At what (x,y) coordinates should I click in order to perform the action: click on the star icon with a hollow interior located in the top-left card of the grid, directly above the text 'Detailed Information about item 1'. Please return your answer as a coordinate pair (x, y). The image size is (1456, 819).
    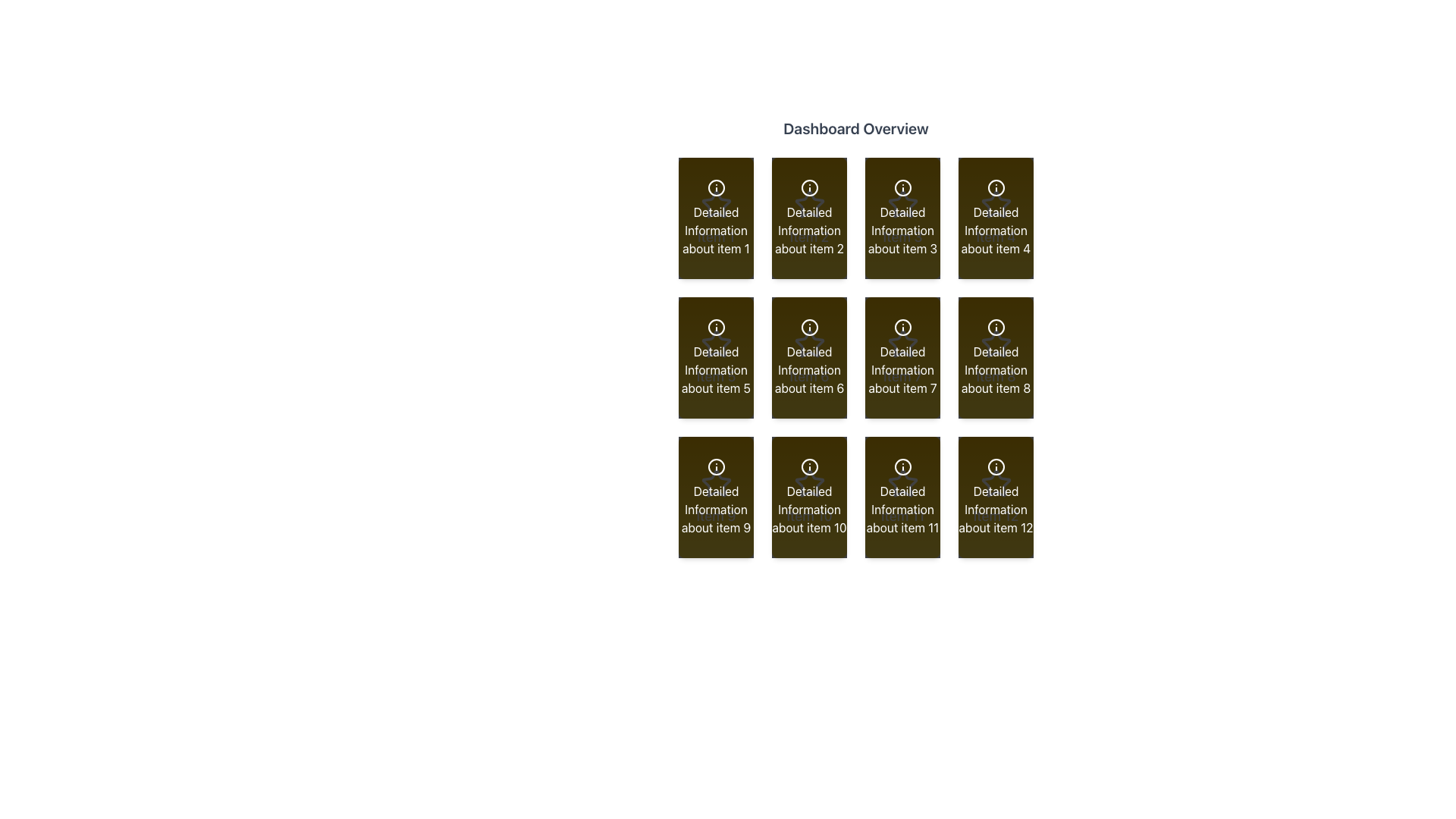
    Looking at the image, I should click on (715, 203).